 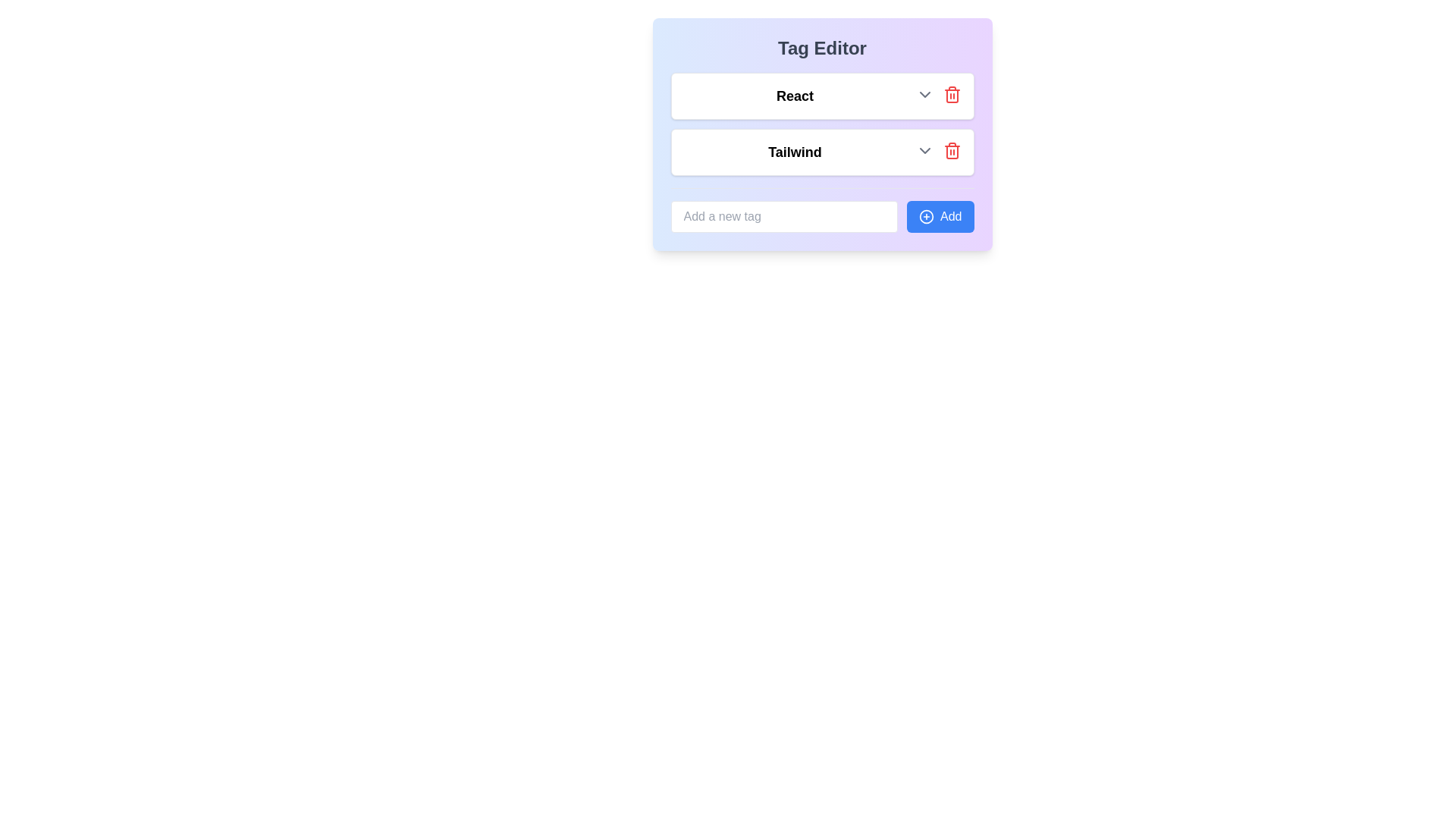 What do you see at coordinates (794, 152) in the screenshot?
I see `the Text label that identifies the tag 'Tailwind', which is the second tag item in the vertical list of the Tag Editor interface` at bounding box center [794, 152].